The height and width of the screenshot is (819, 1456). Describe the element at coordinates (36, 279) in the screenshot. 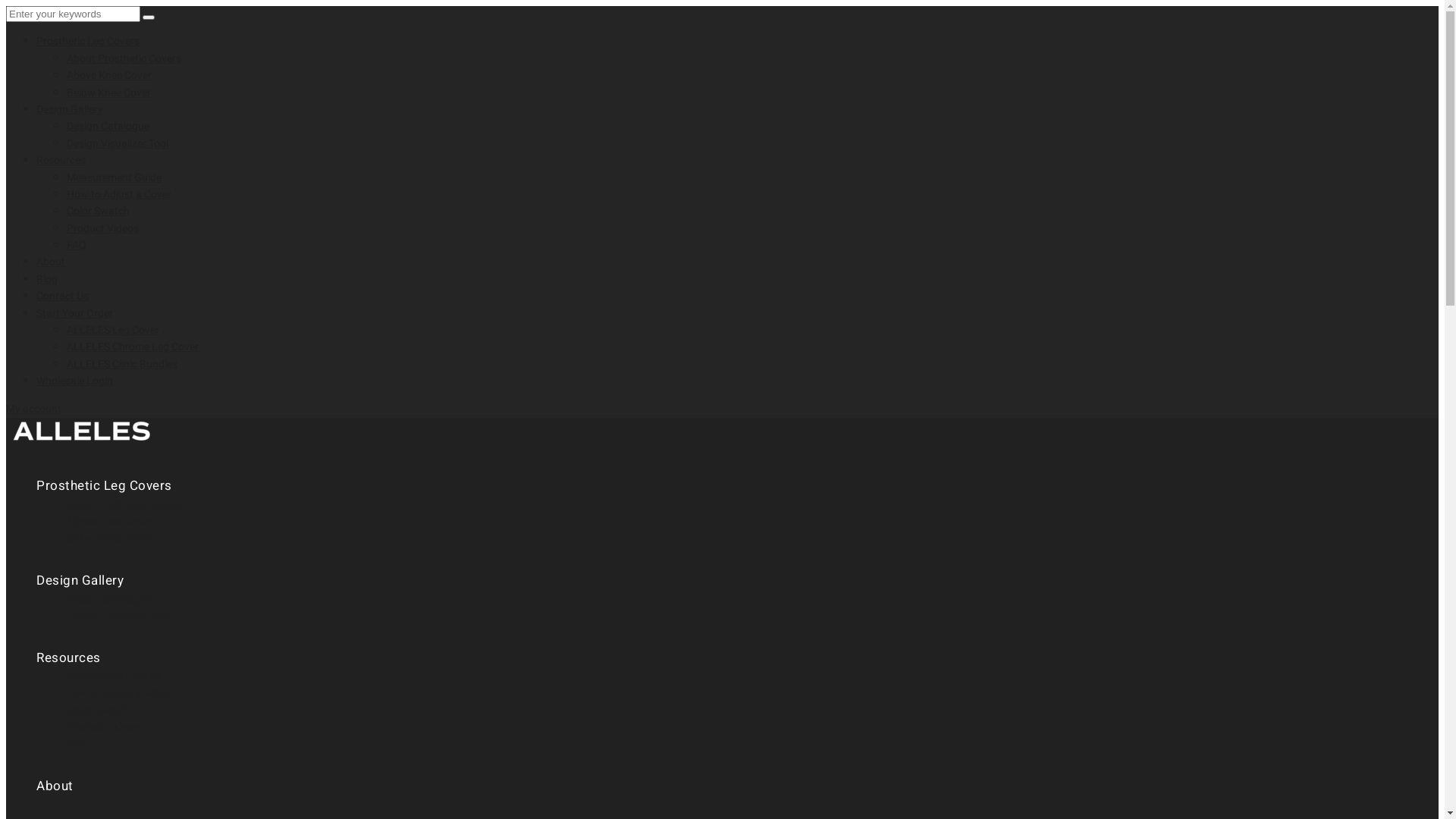

I see `'Blog'` at that location.